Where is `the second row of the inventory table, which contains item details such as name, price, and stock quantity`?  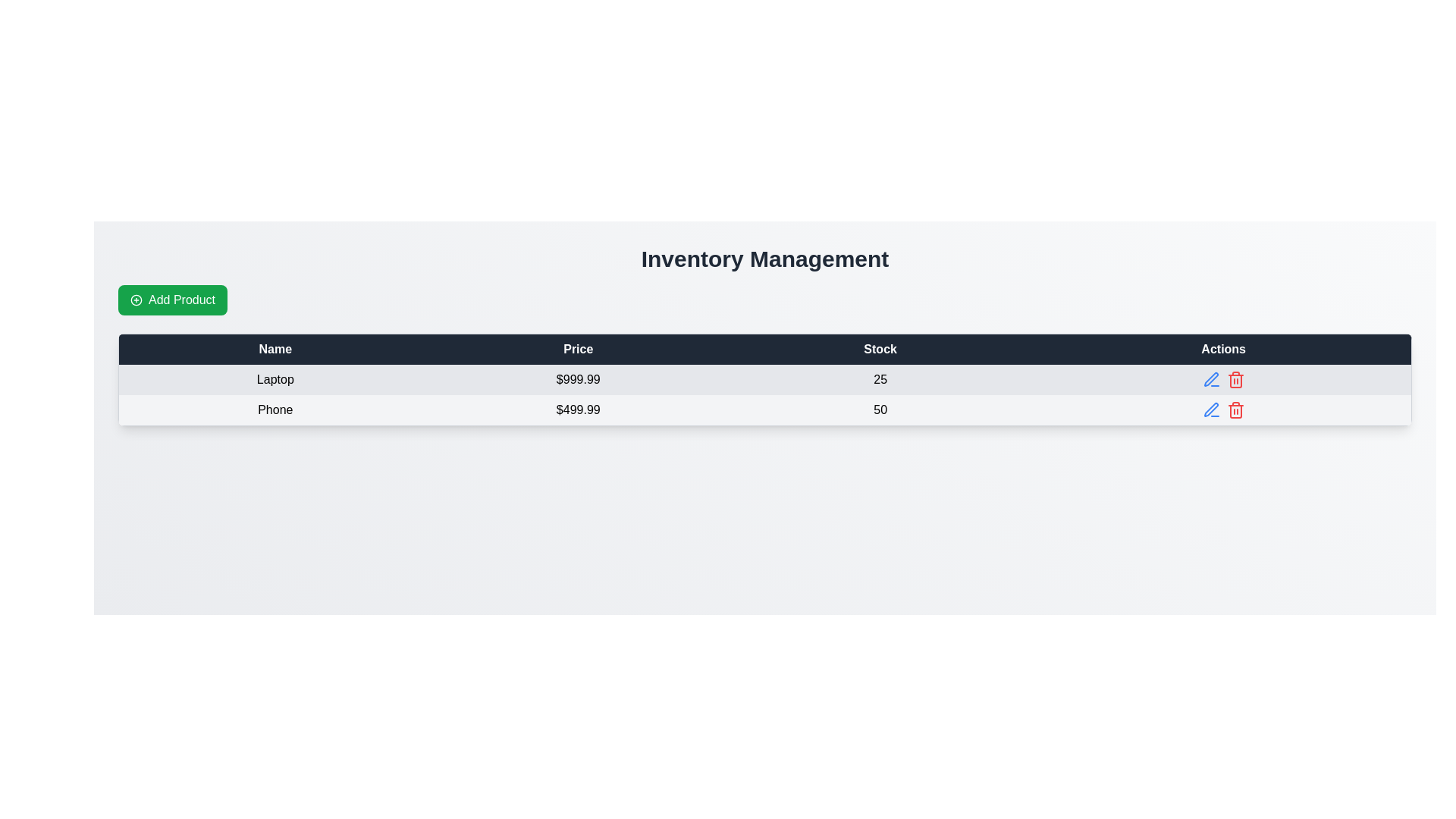
the second row of the inventory table, which contains item details such as name, price, and stock quantity is located at coordinates (764, 409).